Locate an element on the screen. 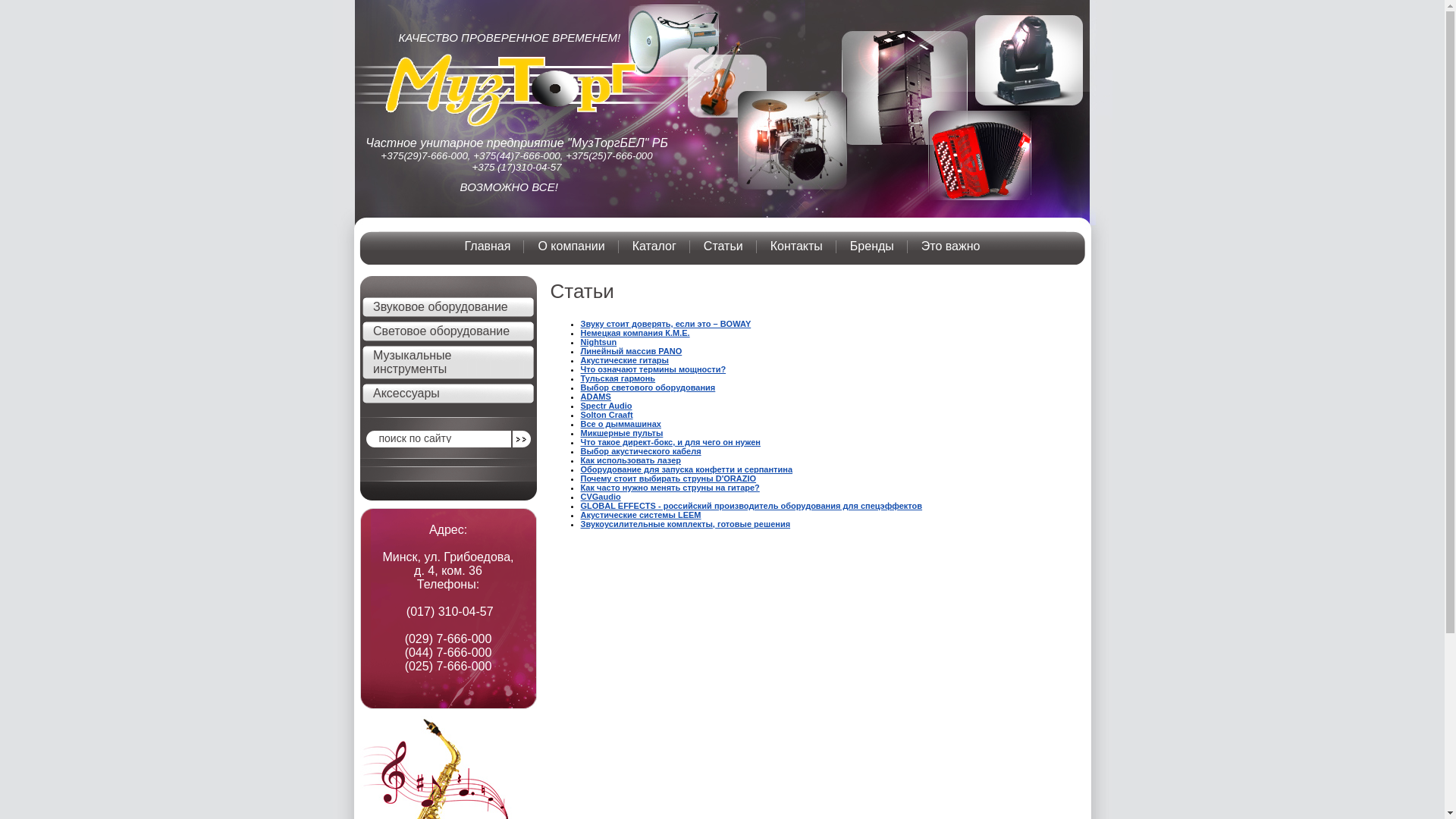 The width and height of the screenshot is (1456, 819). 'Spectr Audio' is located at coordinates (607, 405).